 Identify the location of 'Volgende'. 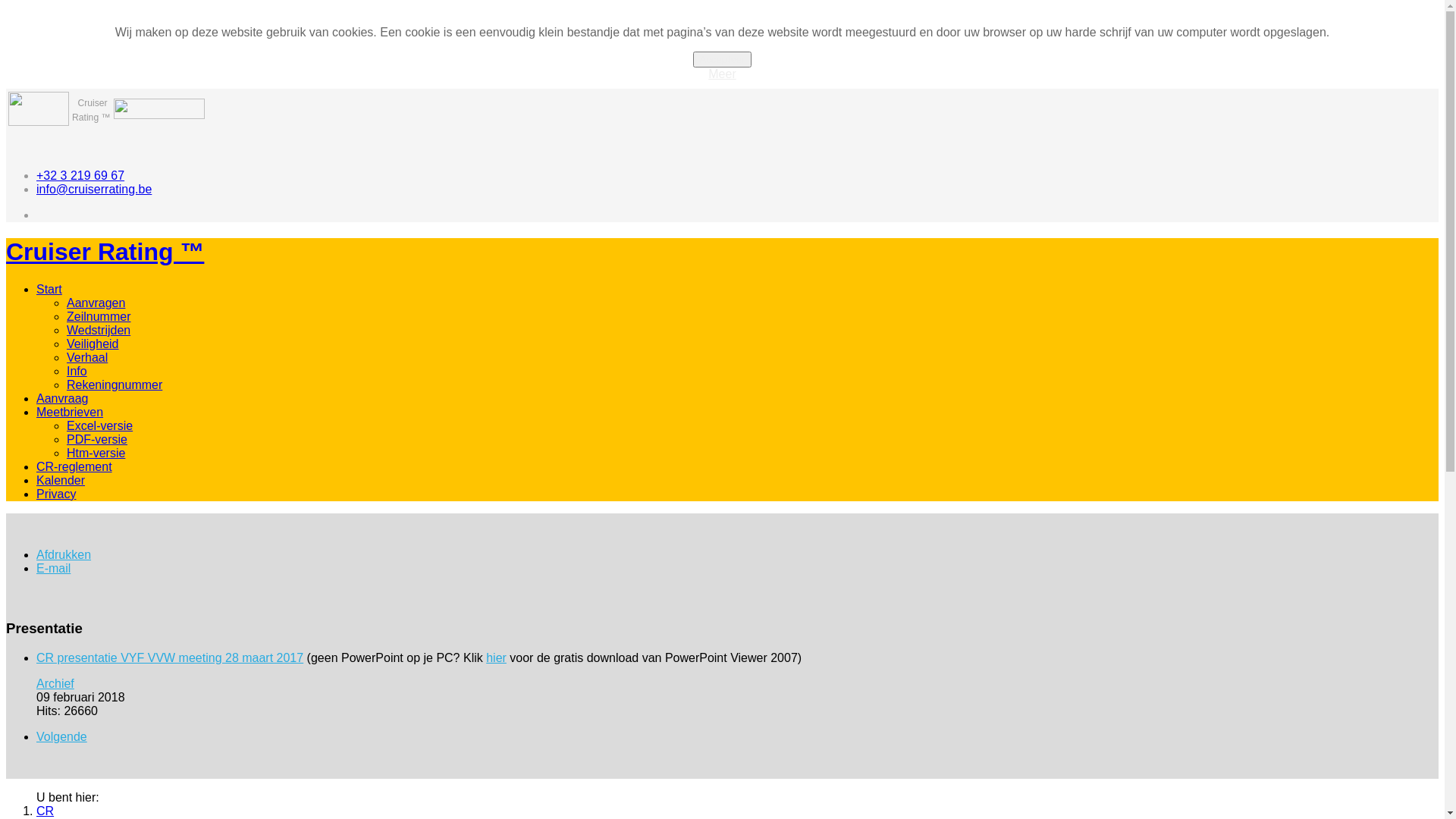
(61, 736).